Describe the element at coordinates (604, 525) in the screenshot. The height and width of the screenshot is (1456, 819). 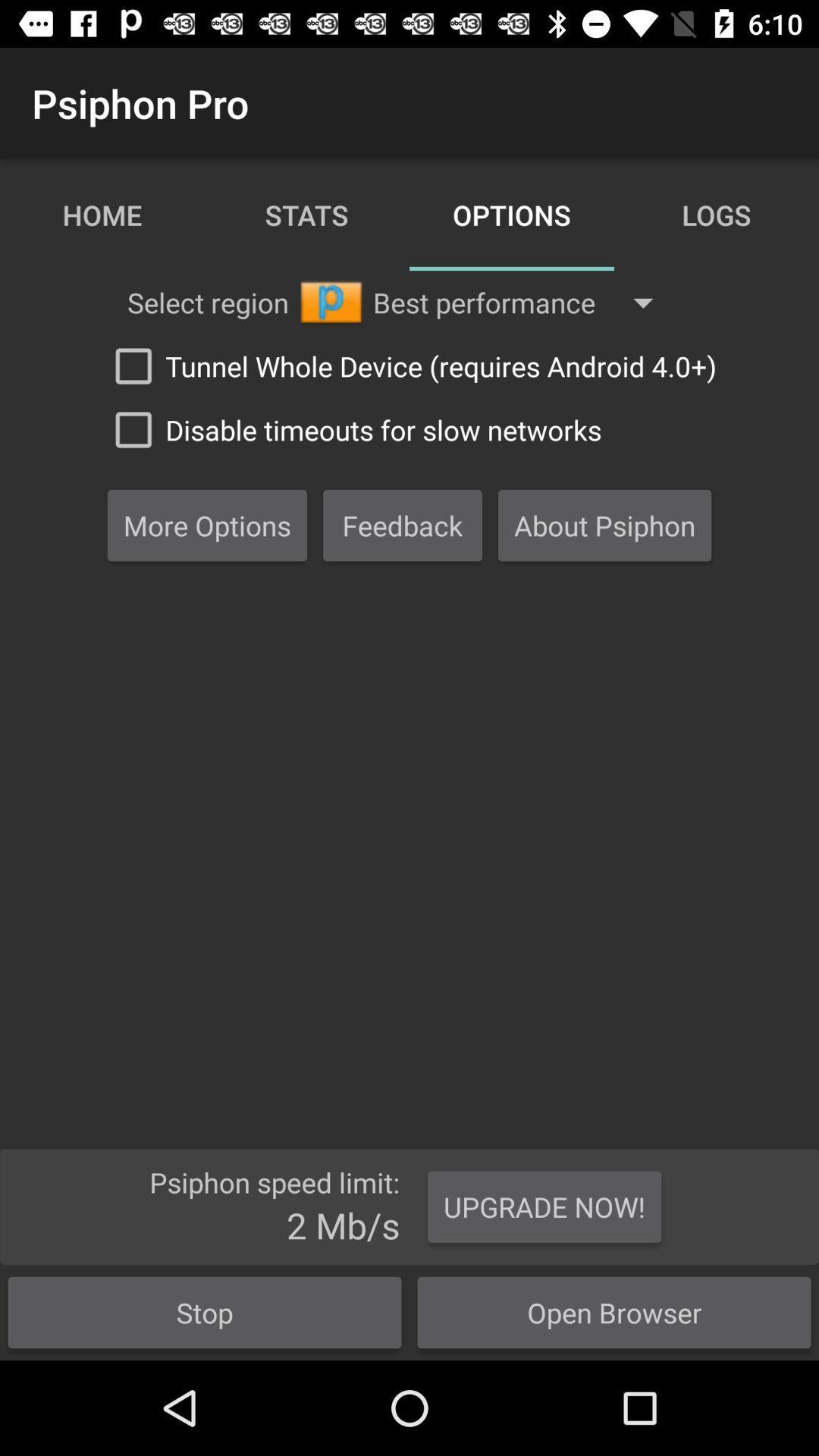
I see `about psiphon` at that location.